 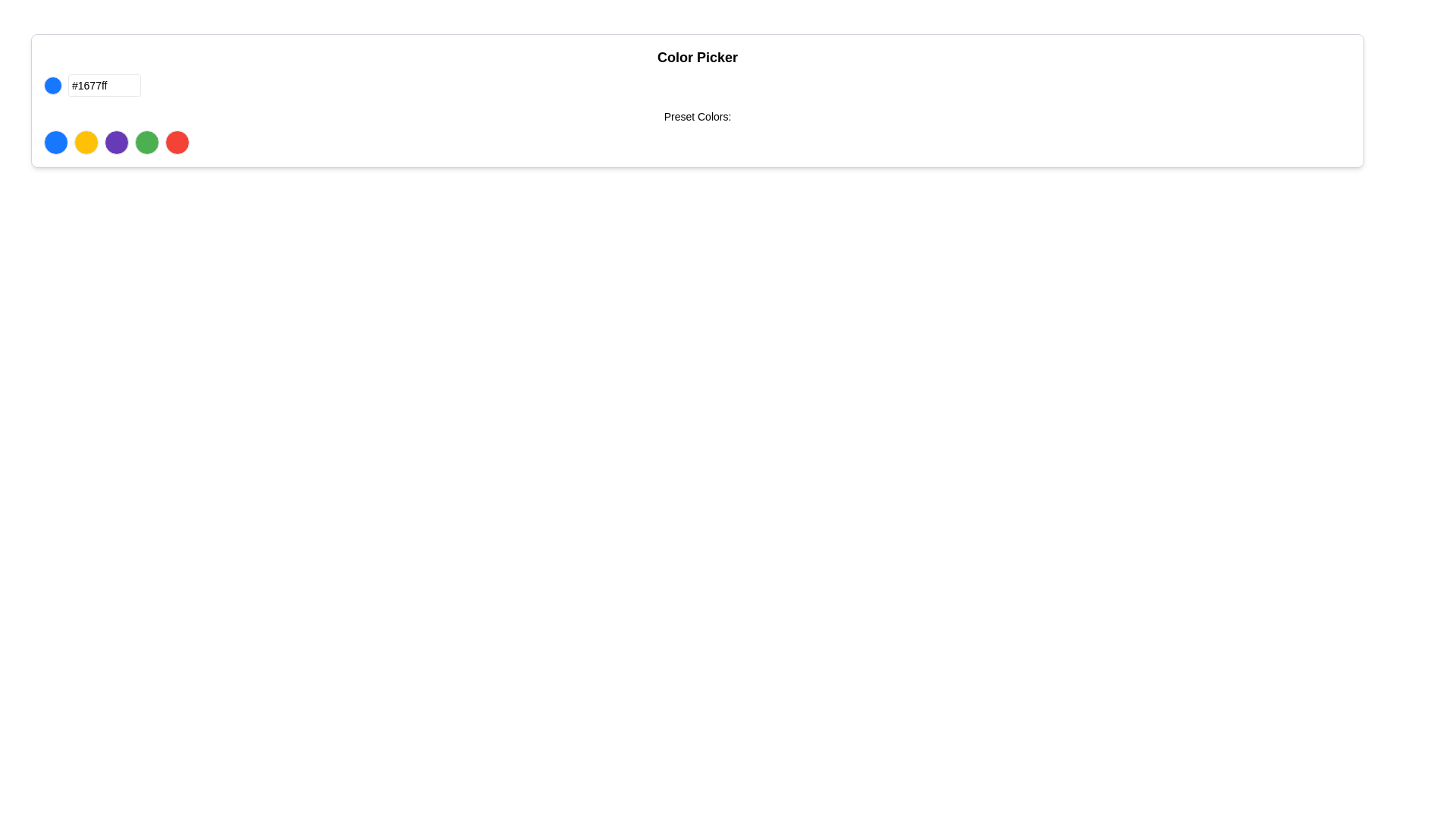 I want to click on the third circle button for selecting the predefined purple color in the color picker interface to highlight it, so click(x=115, y=143).